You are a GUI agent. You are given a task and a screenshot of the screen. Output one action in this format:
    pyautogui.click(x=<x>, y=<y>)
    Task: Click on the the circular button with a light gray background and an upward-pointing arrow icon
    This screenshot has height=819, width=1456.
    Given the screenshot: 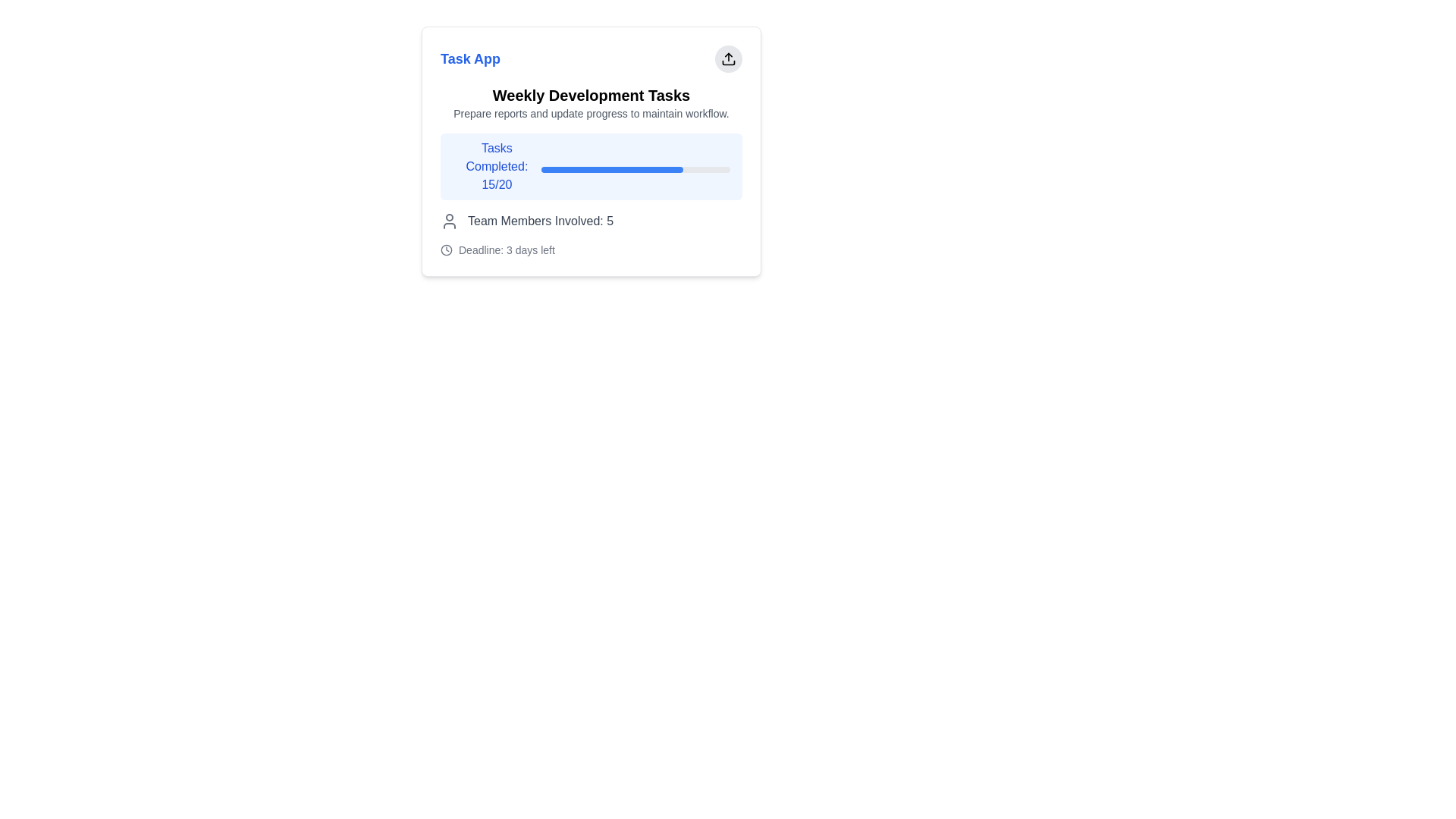 What is the action you would take?
    pyautogui.click(x=728, y=58)
    